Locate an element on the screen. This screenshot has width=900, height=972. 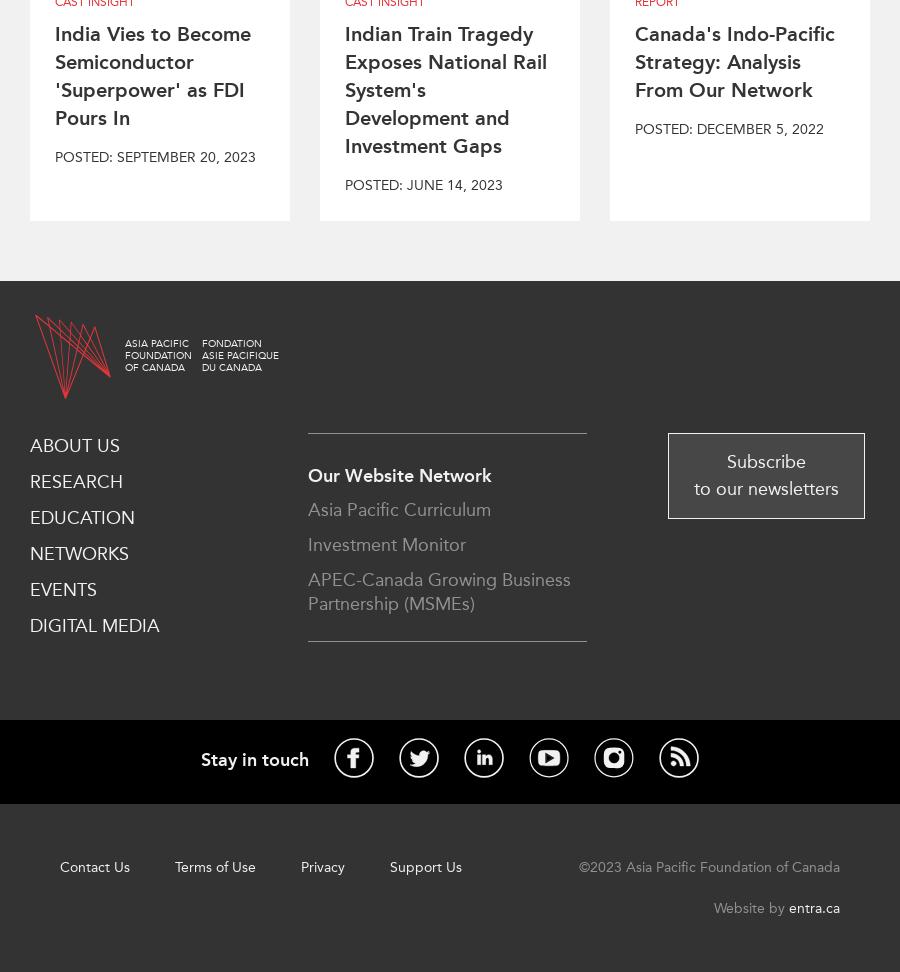
'Our Website Network' is located at coordinates (399, 474).